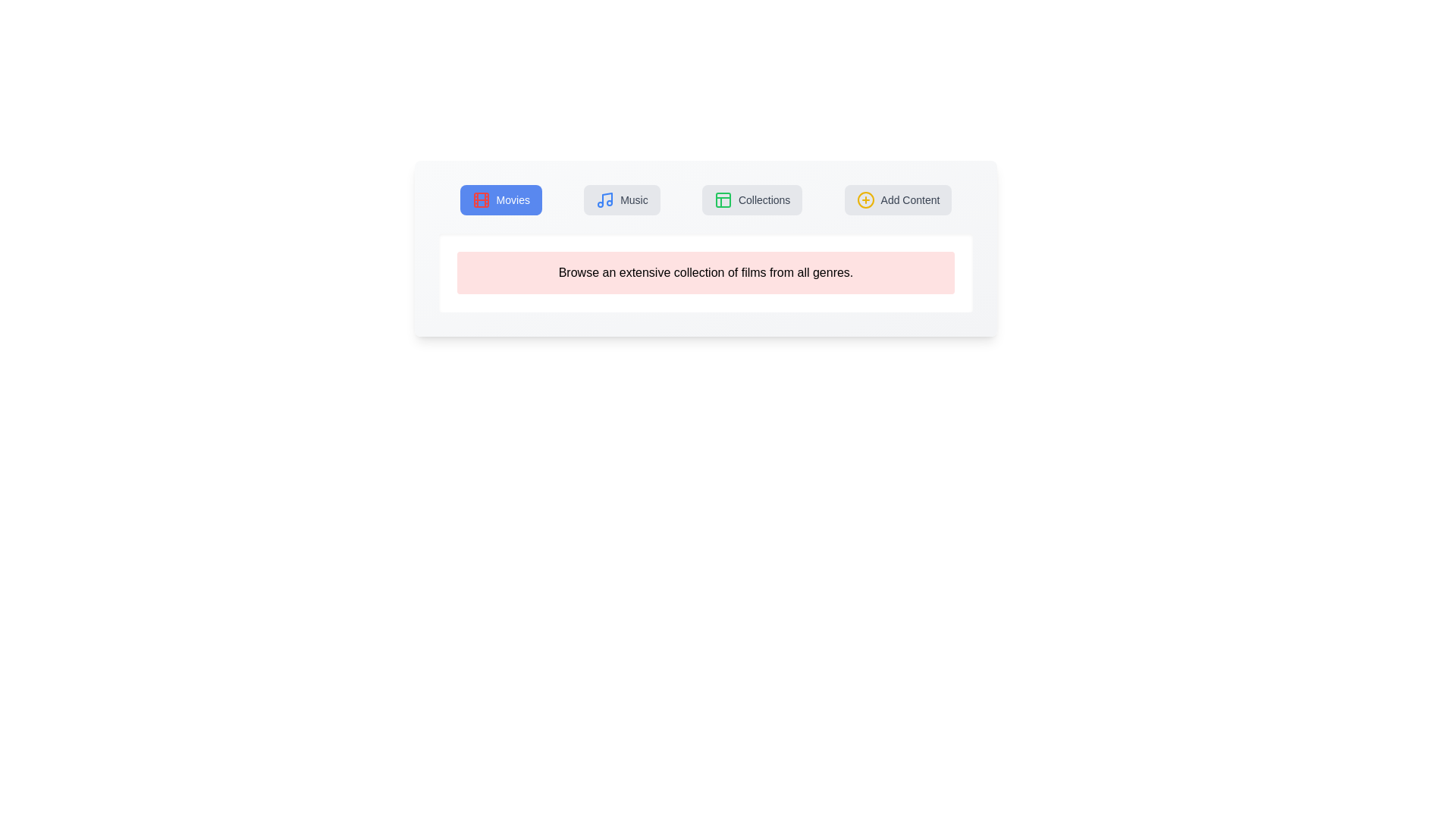  What do you see at coordinates (752, 199) in the screenshot?
I see `the tab labeled Collections to navigate to its corresponding section` at bounding box center [752, 199].